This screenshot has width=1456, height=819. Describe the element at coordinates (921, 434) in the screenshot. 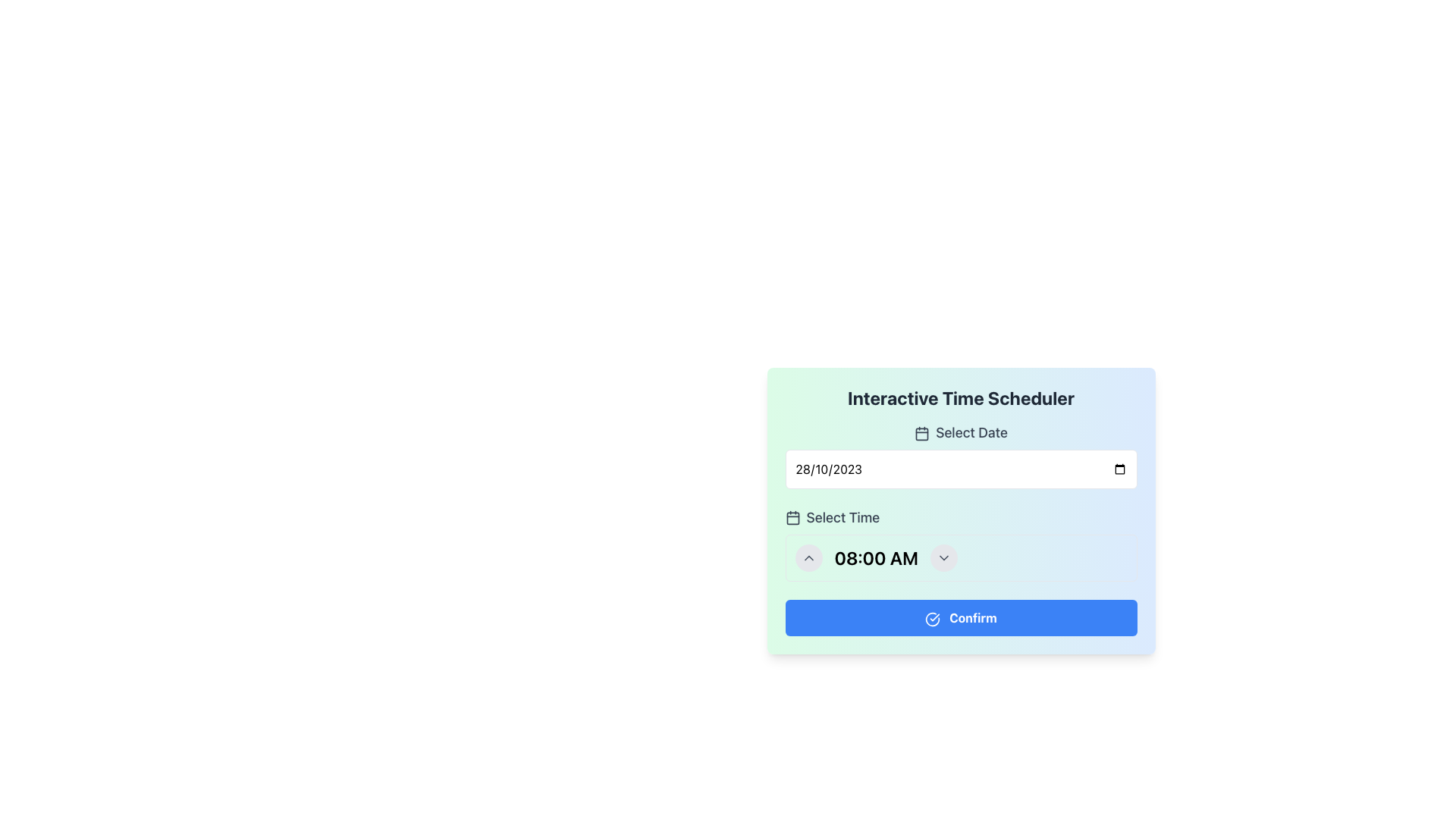

I see `the calendar icon located to the immediate left of the 'Select Date' label within the 'Select Date' form component` at that location.